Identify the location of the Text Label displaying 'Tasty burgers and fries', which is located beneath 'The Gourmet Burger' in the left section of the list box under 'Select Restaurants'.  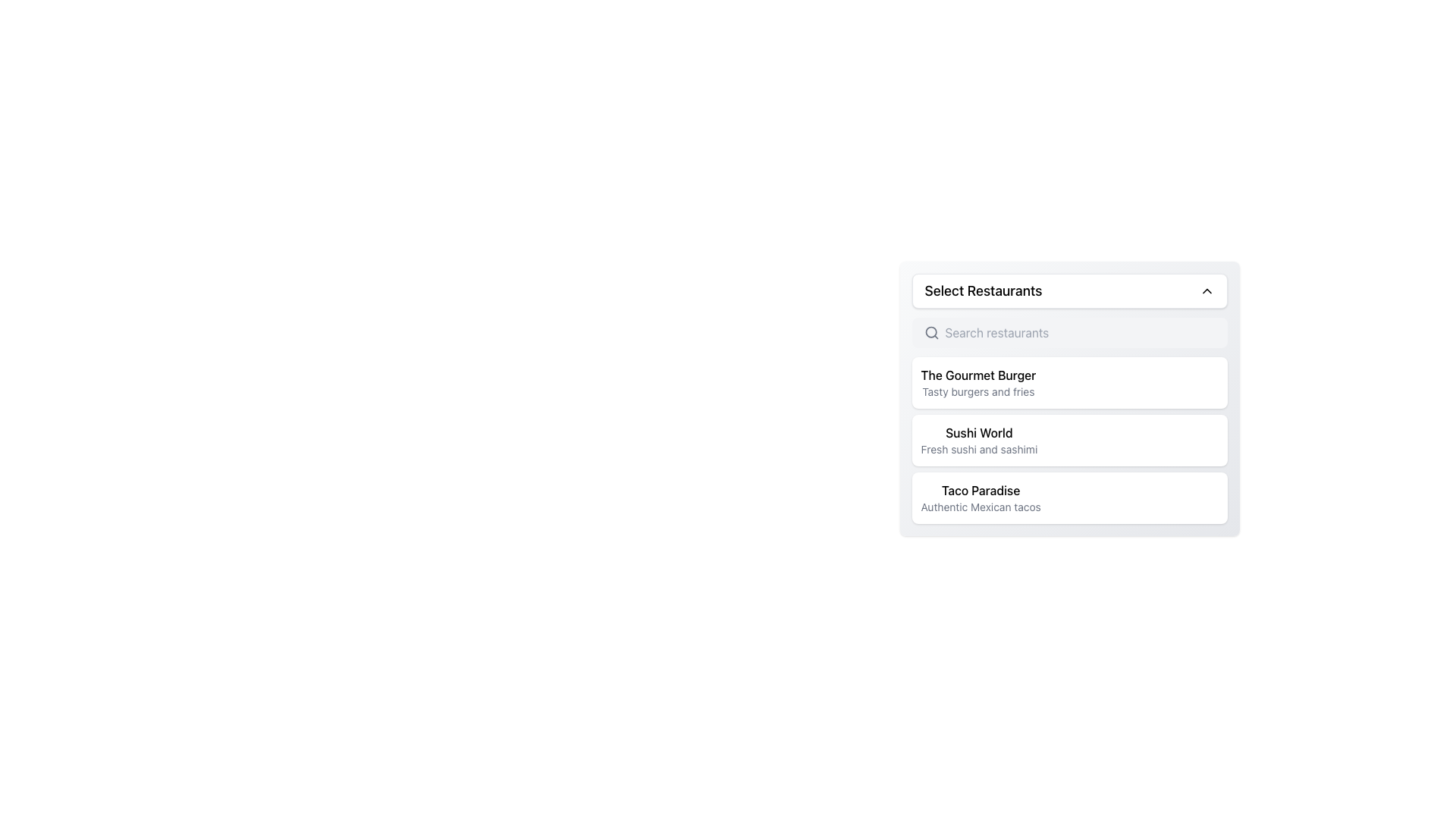
(978, 391).